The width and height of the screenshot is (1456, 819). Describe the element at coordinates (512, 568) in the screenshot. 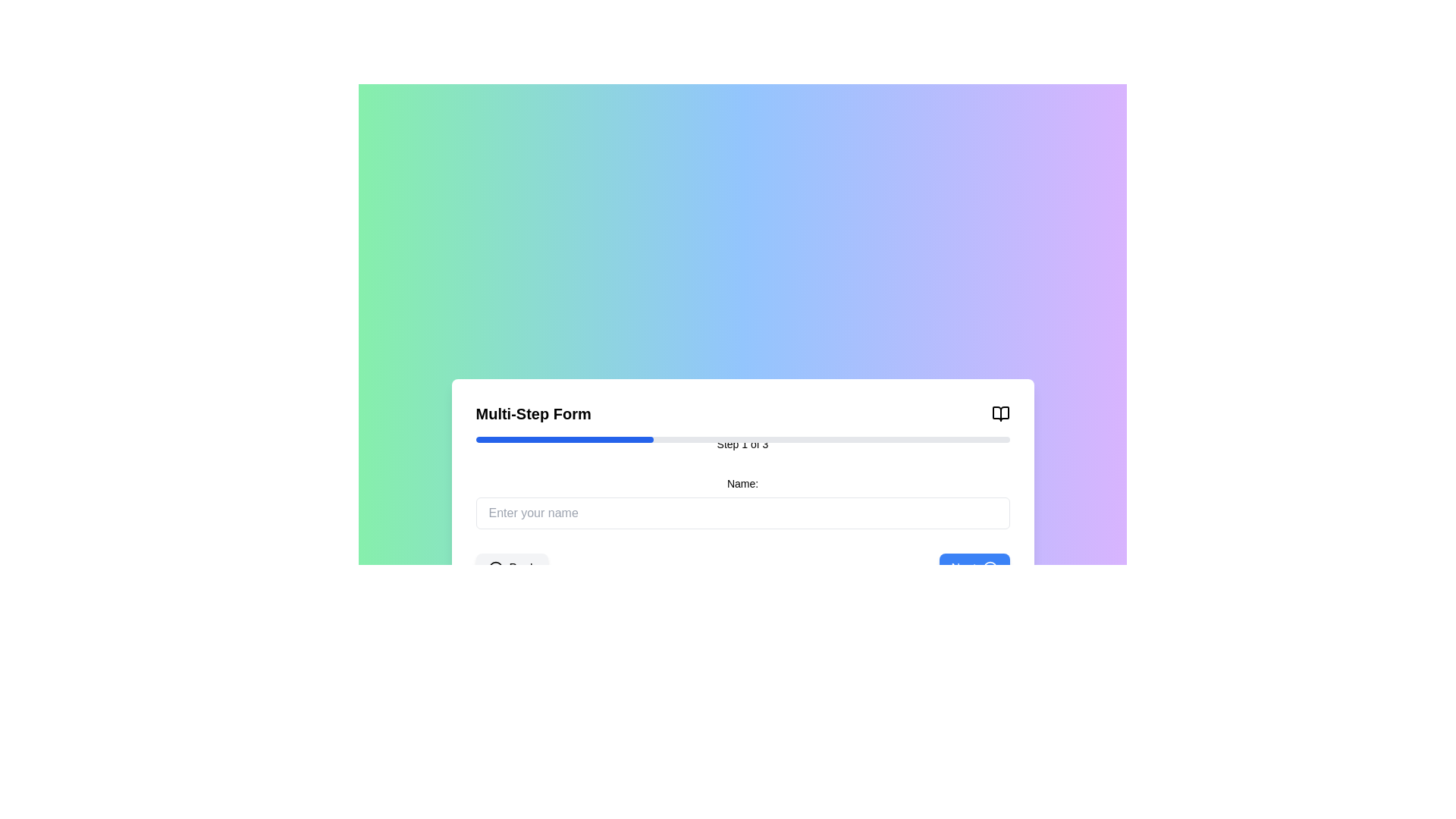

I see `the 'Back' button, which has a soft gray background, rounded corners, and a leftward-pointing circular arrow icon` at that location.